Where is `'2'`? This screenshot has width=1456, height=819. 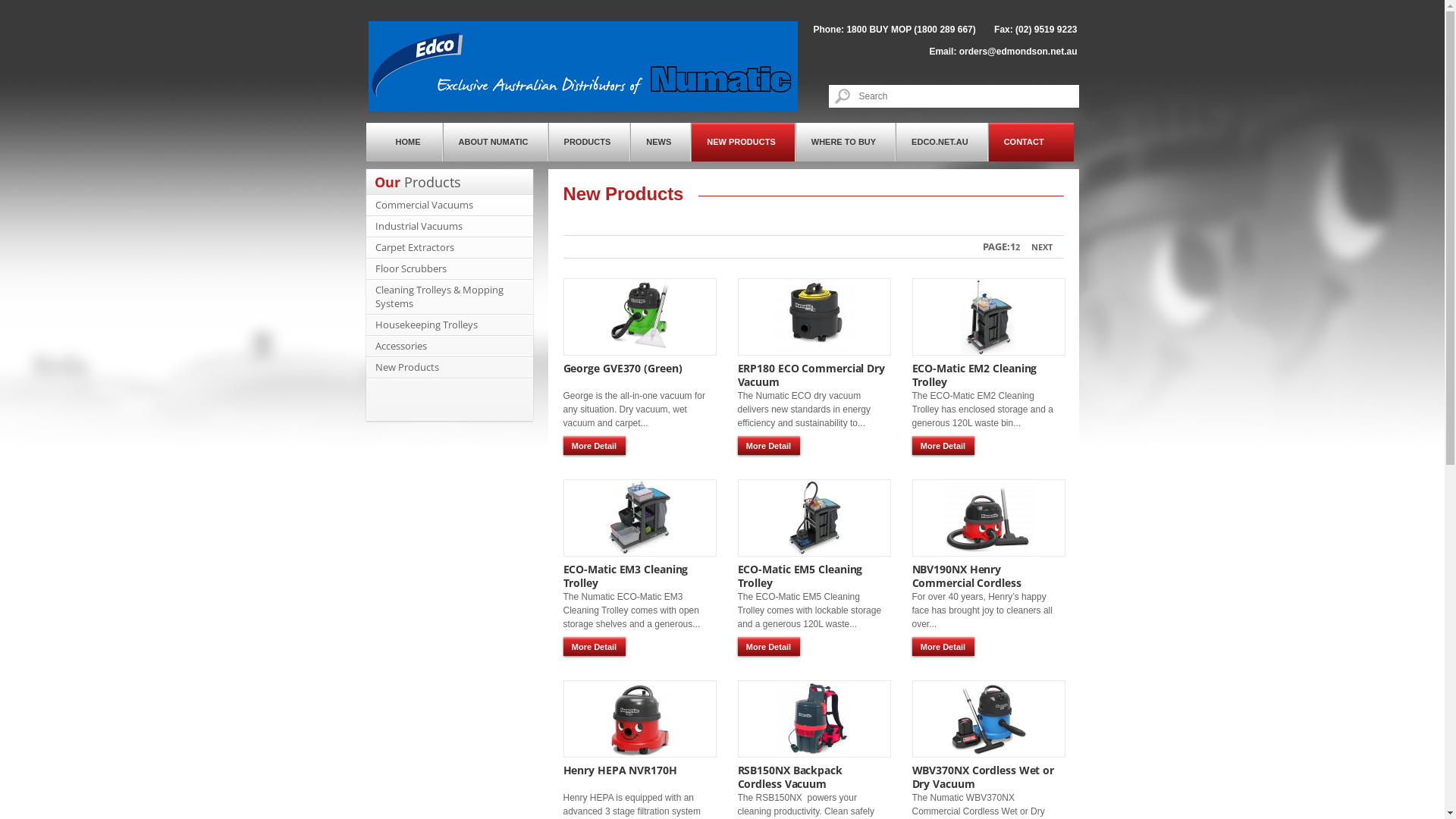
'2' is located at coordinates (1018, 246).